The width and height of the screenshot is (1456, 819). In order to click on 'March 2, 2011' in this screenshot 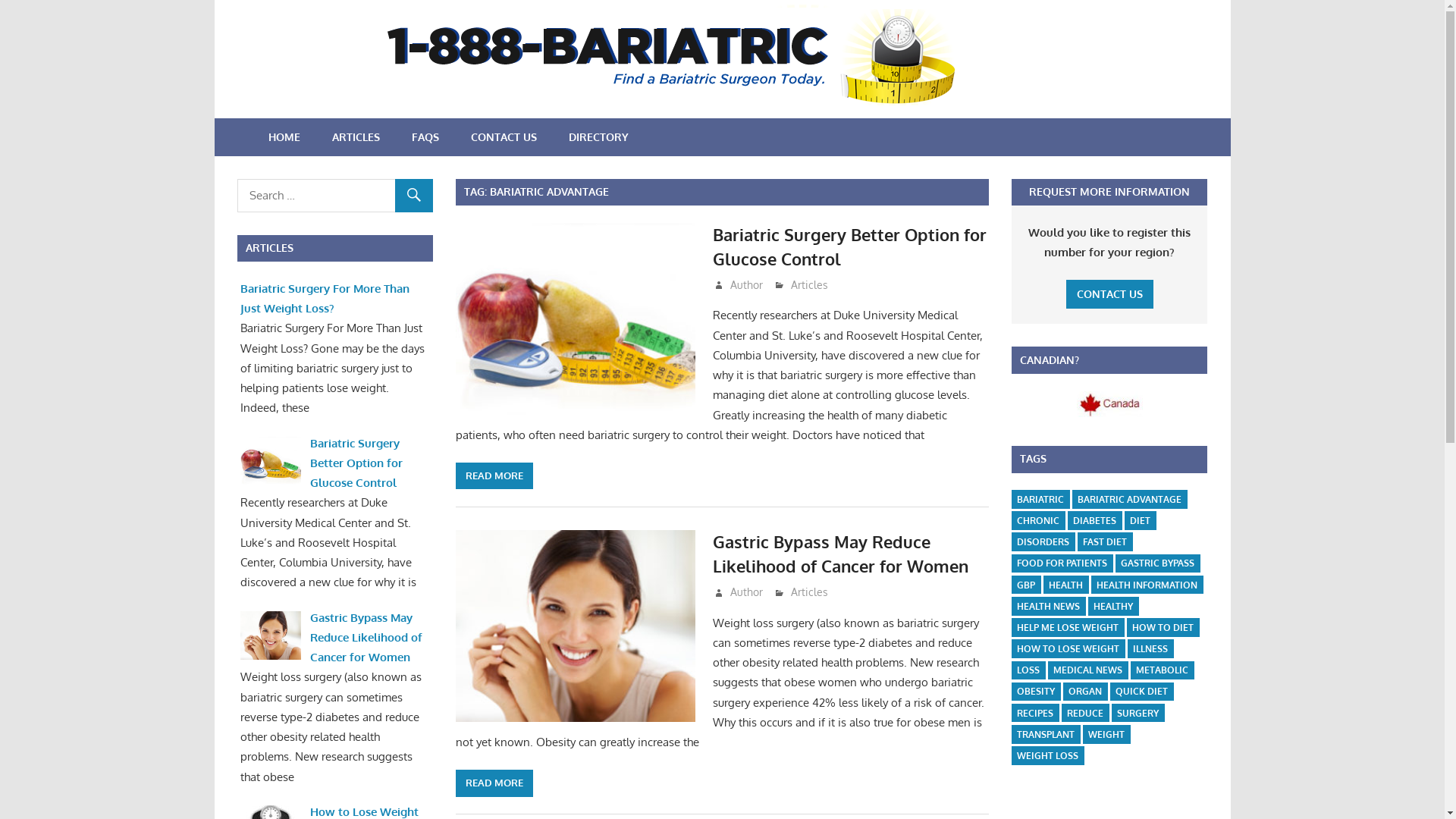, I will do `click(758, 591)`.